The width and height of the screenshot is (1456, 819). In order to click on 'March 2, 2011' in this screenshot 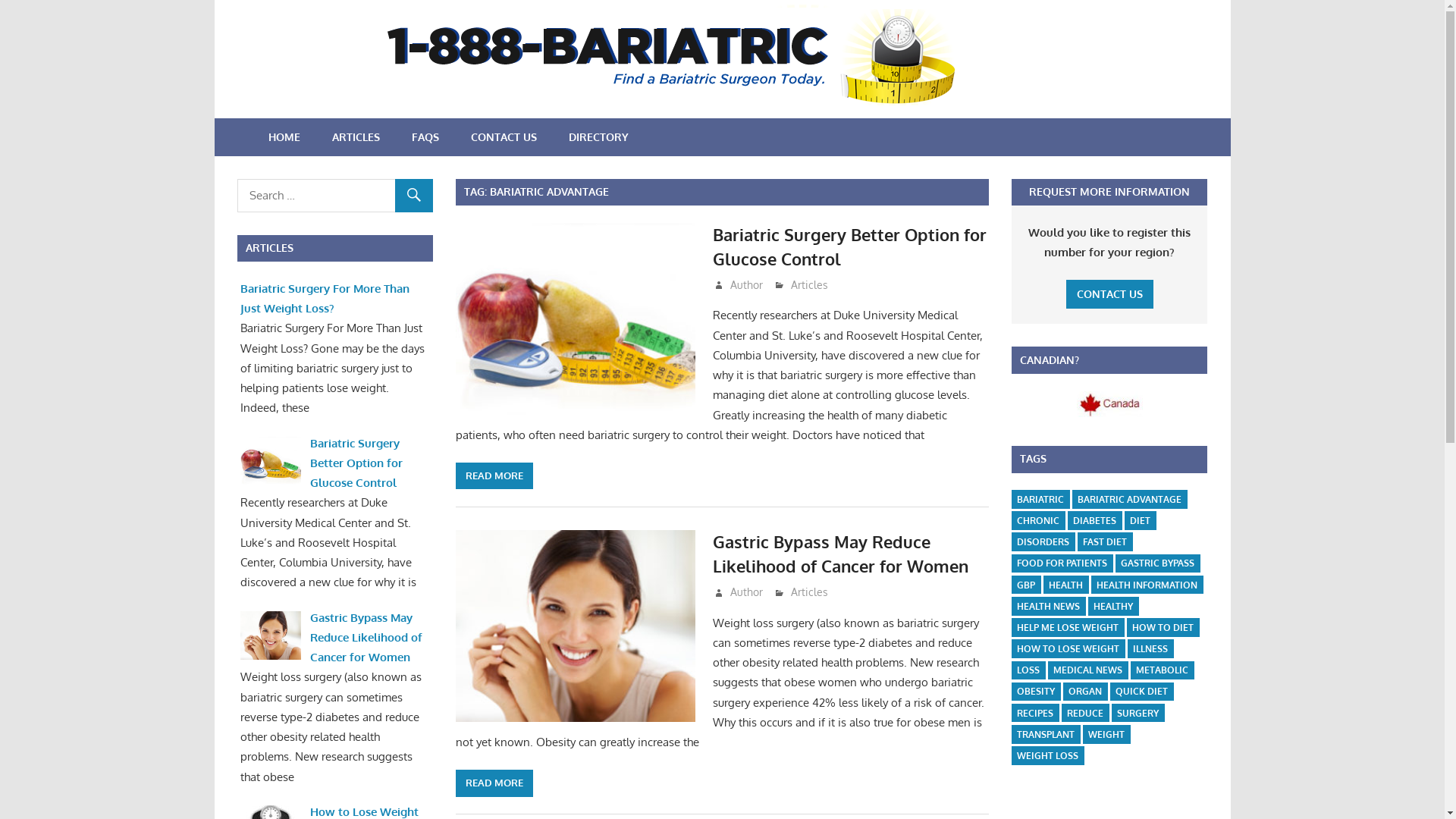, I will do `click(758, 591)`.